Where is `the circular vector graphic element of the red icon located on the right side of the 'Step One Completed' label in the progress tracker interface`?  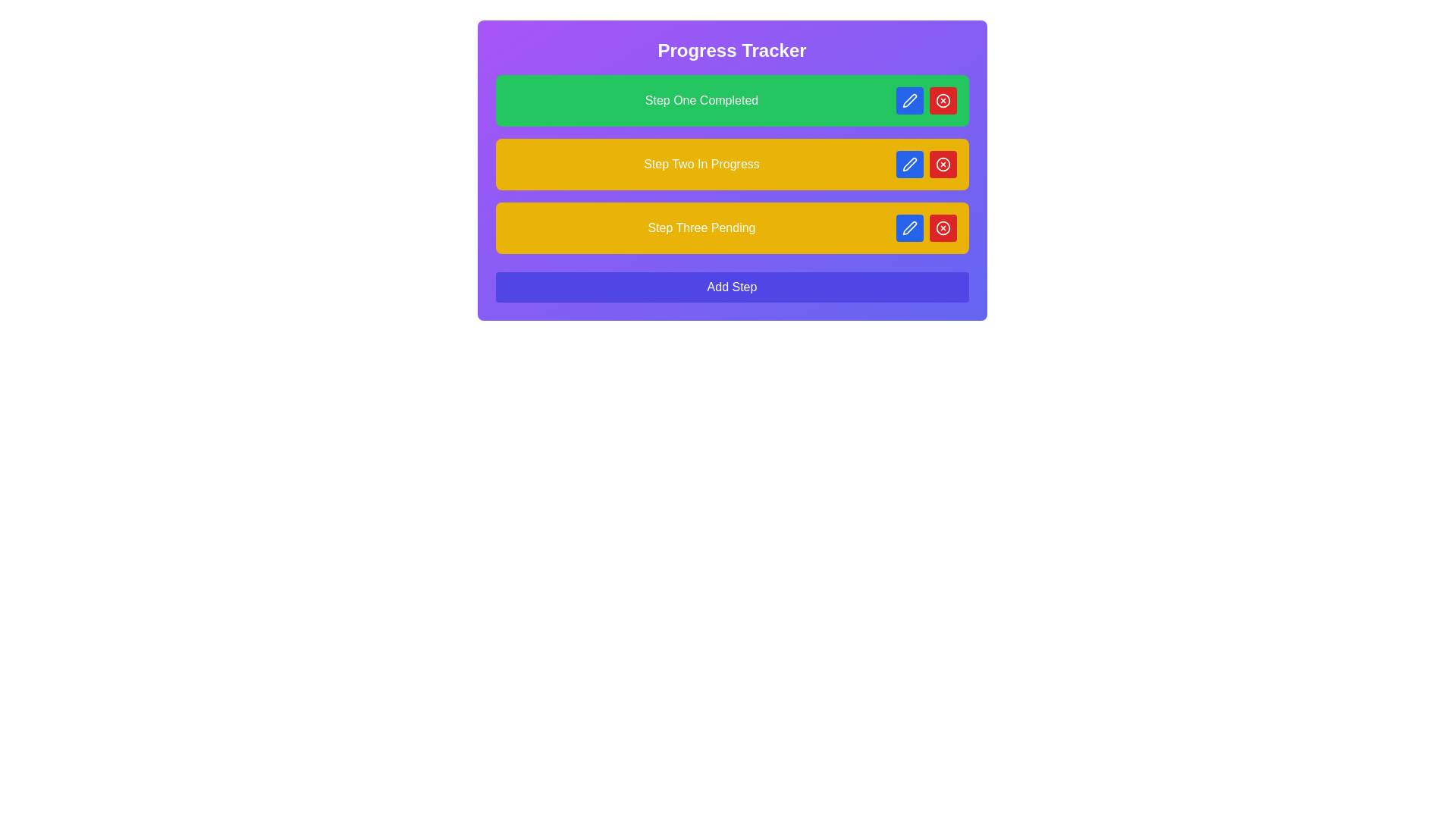 the circular vector graphic element of the red icon located on the right side of the 'Step One Completed' label in the progress tracker interface is located at coordinates (942, 100).